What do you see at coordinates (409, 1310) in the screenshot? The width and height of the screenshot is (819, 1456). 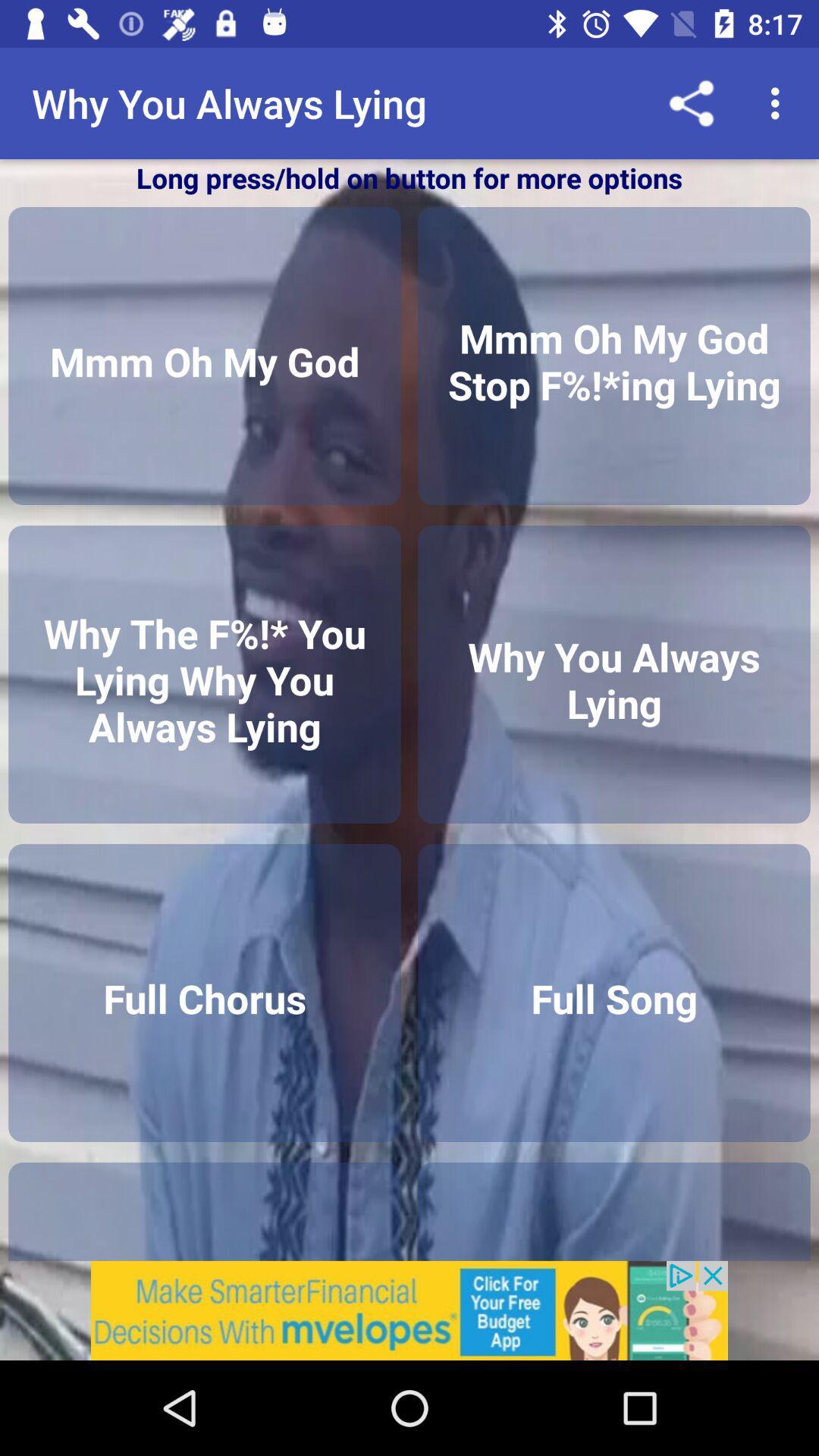 I see `remove the add` at bounding box center [409, 1310].